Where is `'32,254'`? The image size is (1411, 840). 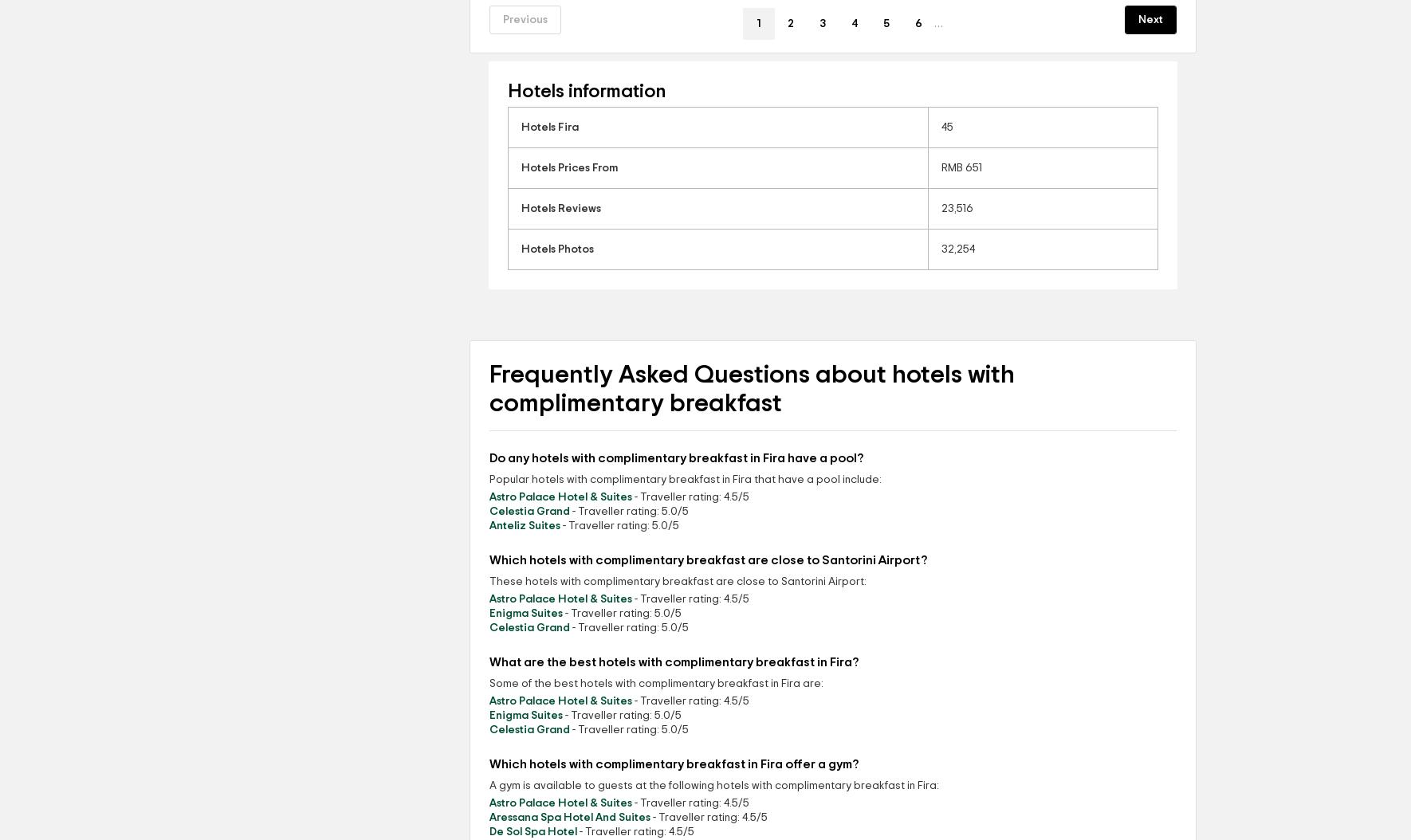 '32,254' is located at coordinates (957, 249).